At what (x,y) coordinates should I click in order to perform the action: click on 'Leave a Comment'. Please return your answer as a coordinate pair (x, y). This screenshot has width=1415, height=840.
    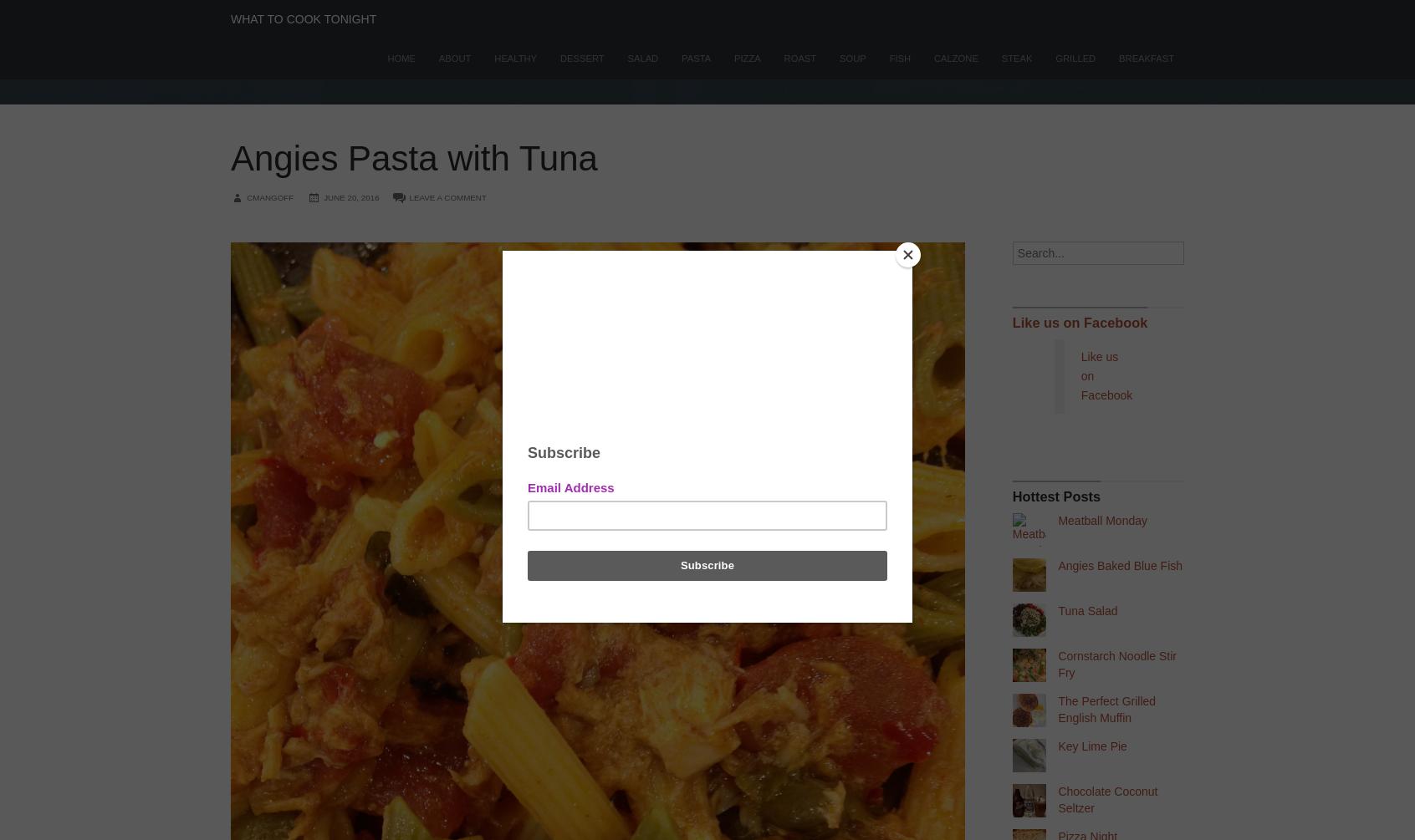
    Looking at the image, I should click on (407, 196).